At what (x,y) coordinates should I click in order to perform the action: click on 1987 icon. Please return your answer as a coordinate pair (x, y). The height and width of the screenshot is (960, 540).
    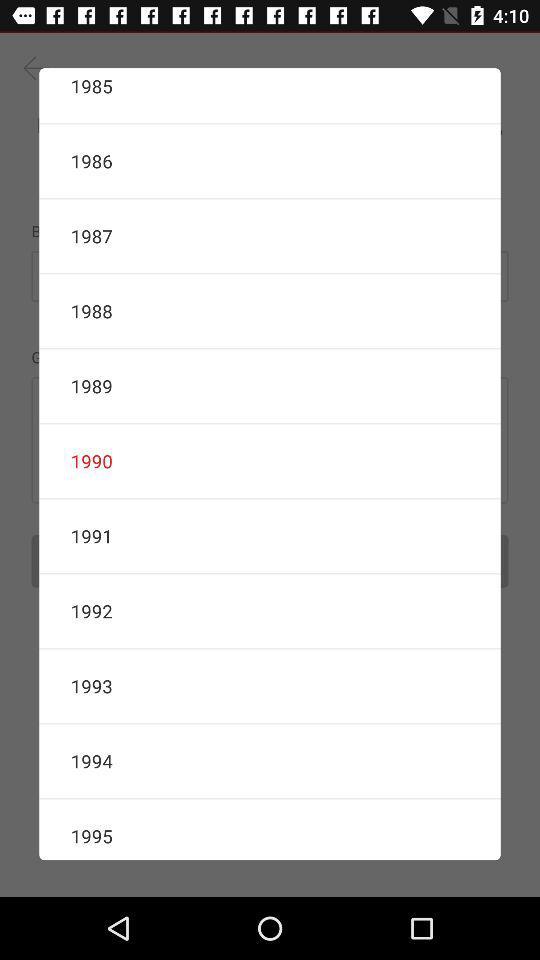
    Looking at the image, I should click on (270, 236).